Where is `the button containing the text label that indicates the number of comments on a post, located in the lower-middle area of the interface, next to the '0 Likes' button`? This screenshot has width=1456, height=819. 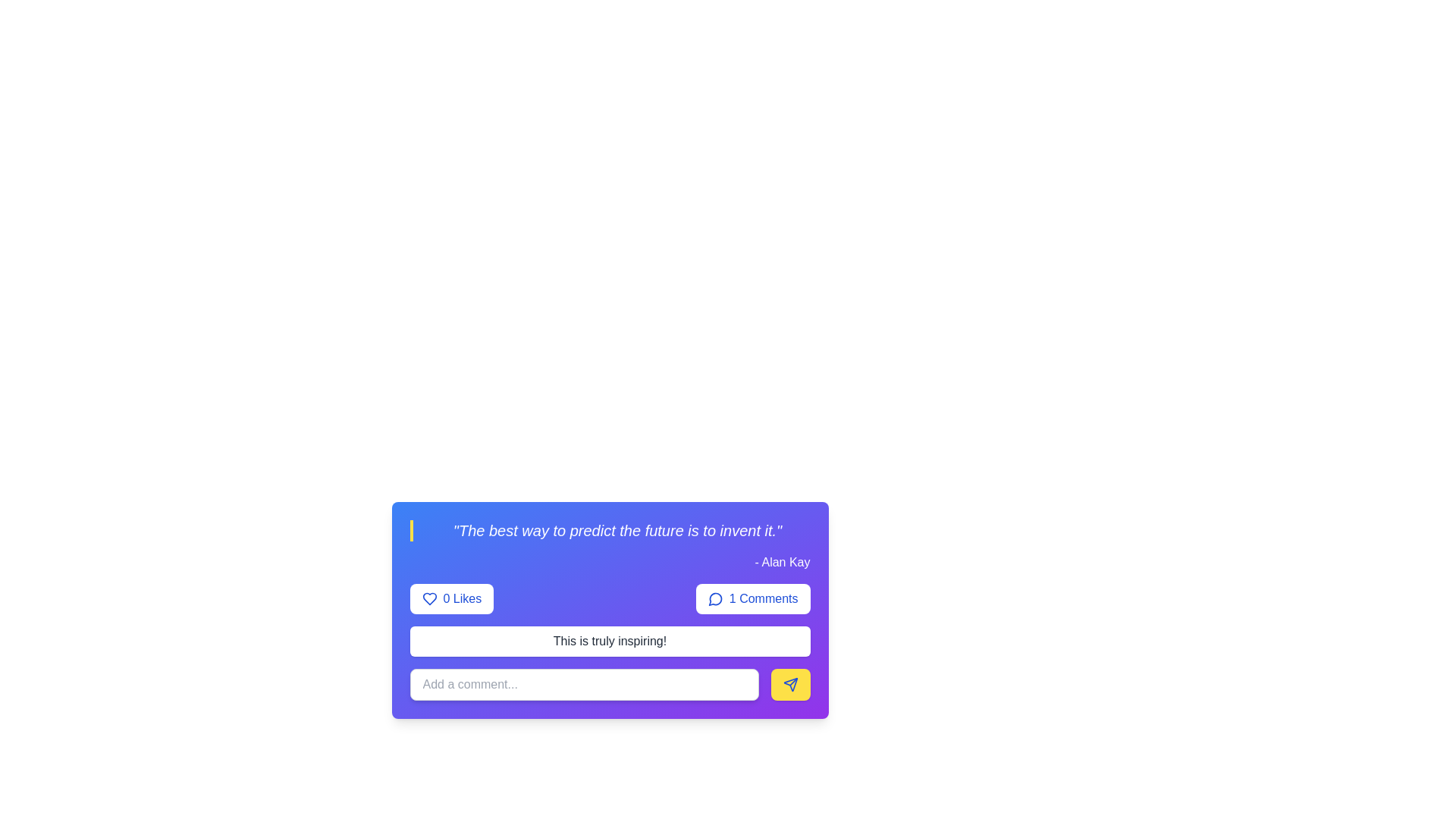 the button containing the text label that indicates the number of comments on a post, located in the lower-middle area of the interface, next to the '0 Likes' button is located at coordinates (764, 598).